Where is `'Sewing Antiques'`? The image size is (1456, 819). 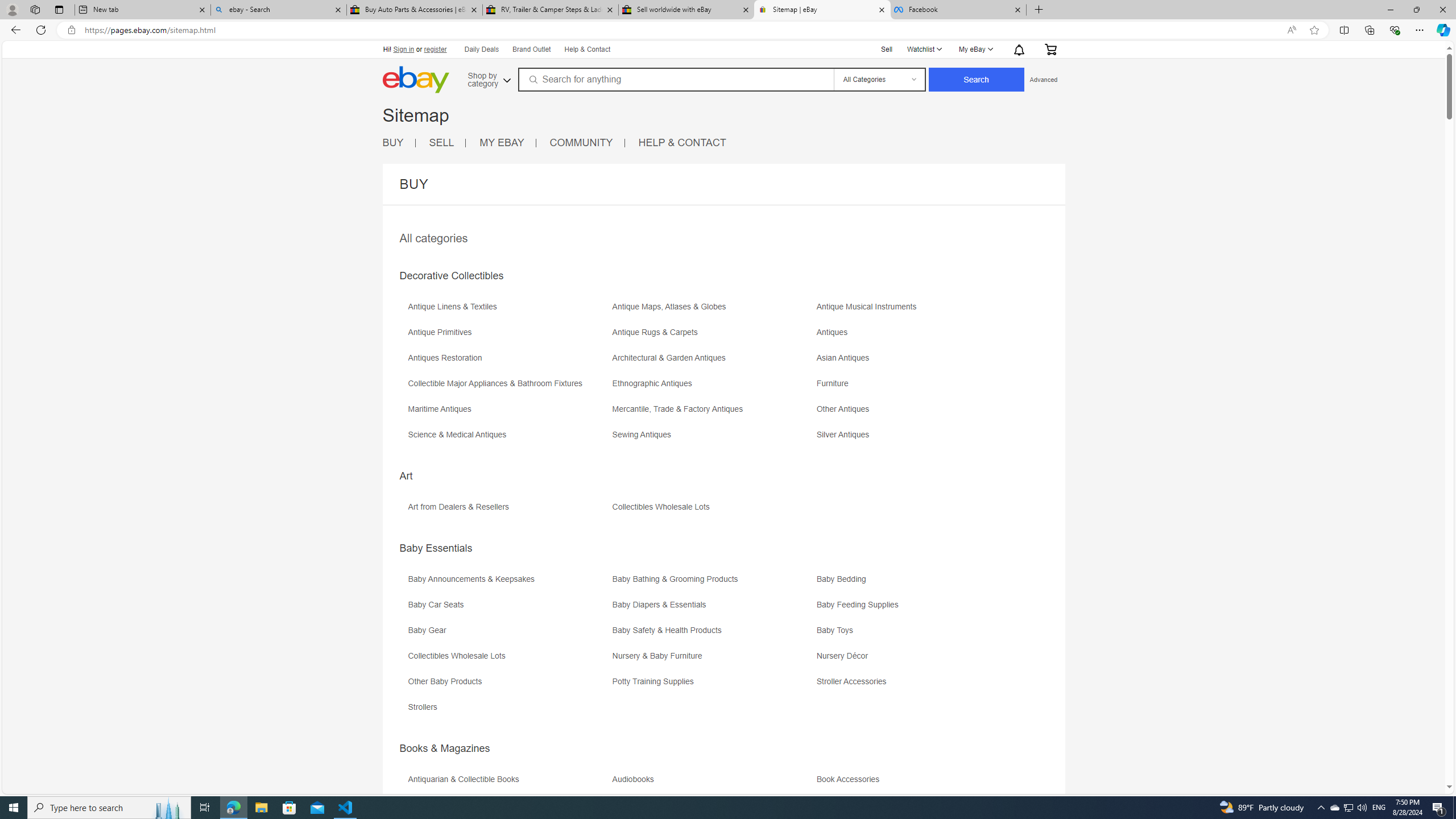 'Sewing Antiques' is located at coordinates (712, 438).